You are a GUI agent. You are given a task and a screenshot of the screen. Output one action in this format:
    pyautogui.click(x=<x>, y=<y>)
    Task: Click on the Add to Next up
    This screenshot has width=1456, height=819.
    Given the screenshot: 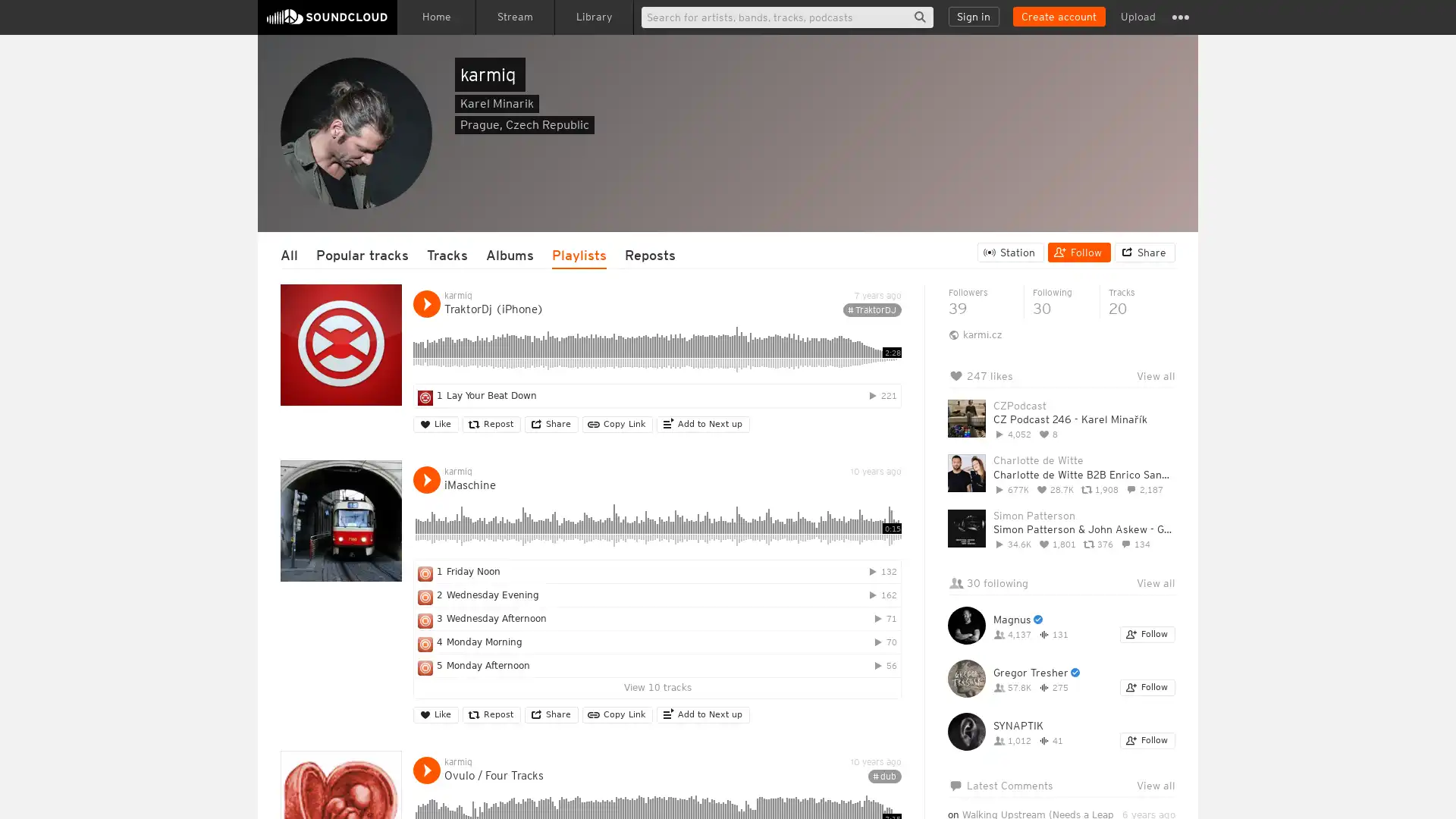 What is the action you would take?
    pyautogui.click(x=702, y=714)
    